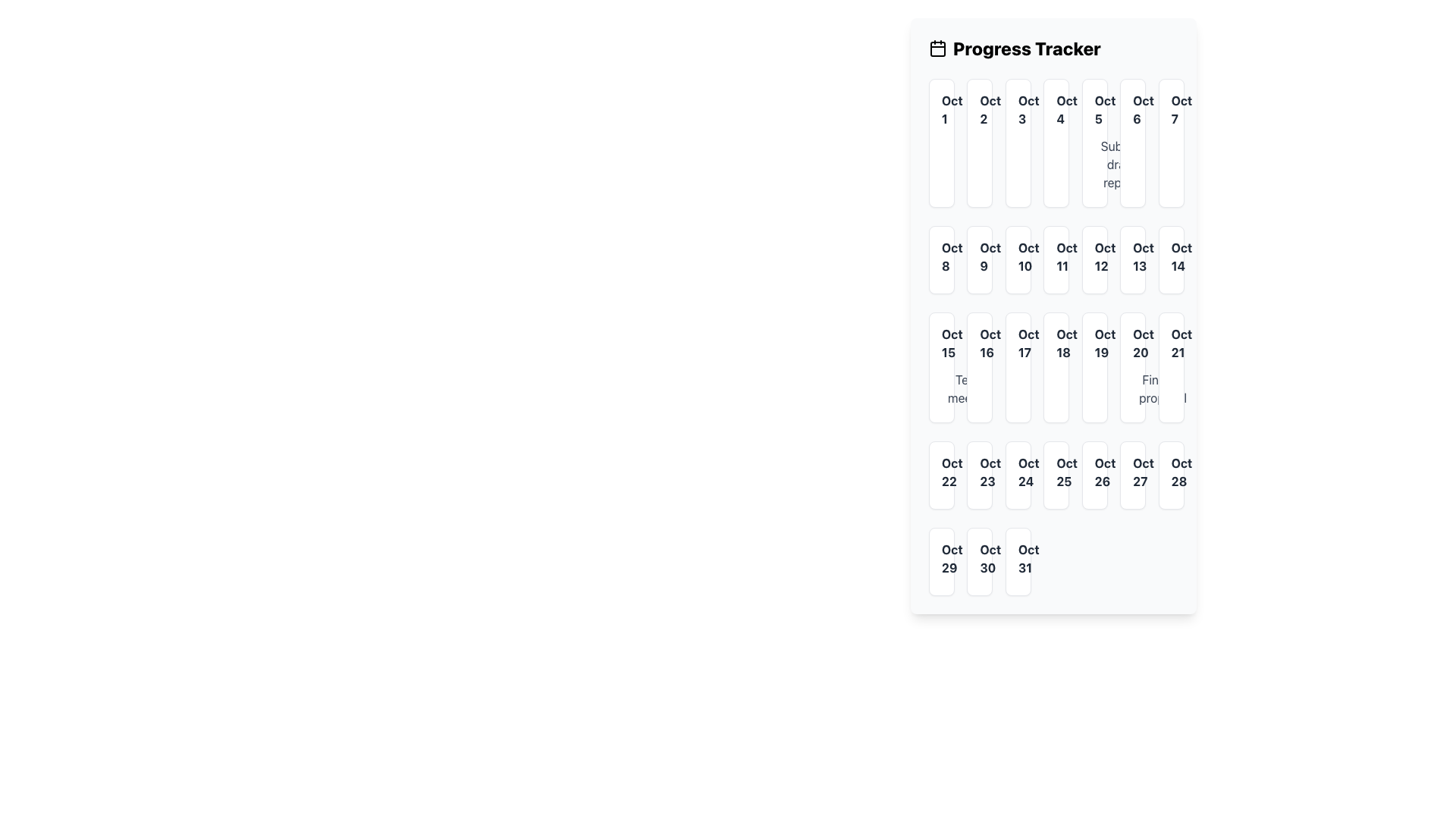 The width and height of the screenshot is (1456, 819). I want to click on the Interactive calendar cell representing 'October 1st' in the Progress Tracker UI, so click(941, 143).